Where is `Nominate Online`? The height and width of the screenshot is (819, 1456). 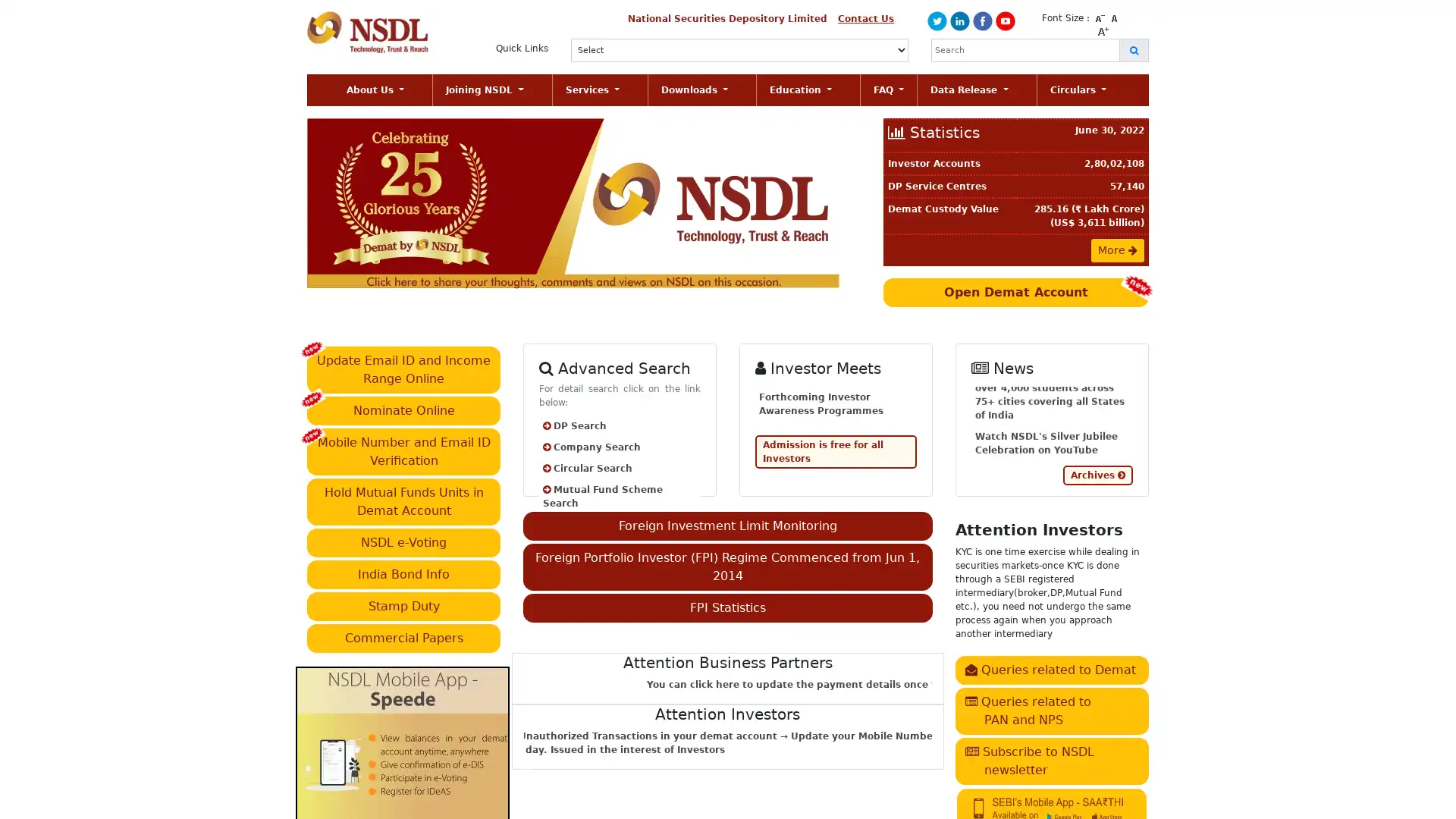 Nominate Online is located at coordinates (403, 409).